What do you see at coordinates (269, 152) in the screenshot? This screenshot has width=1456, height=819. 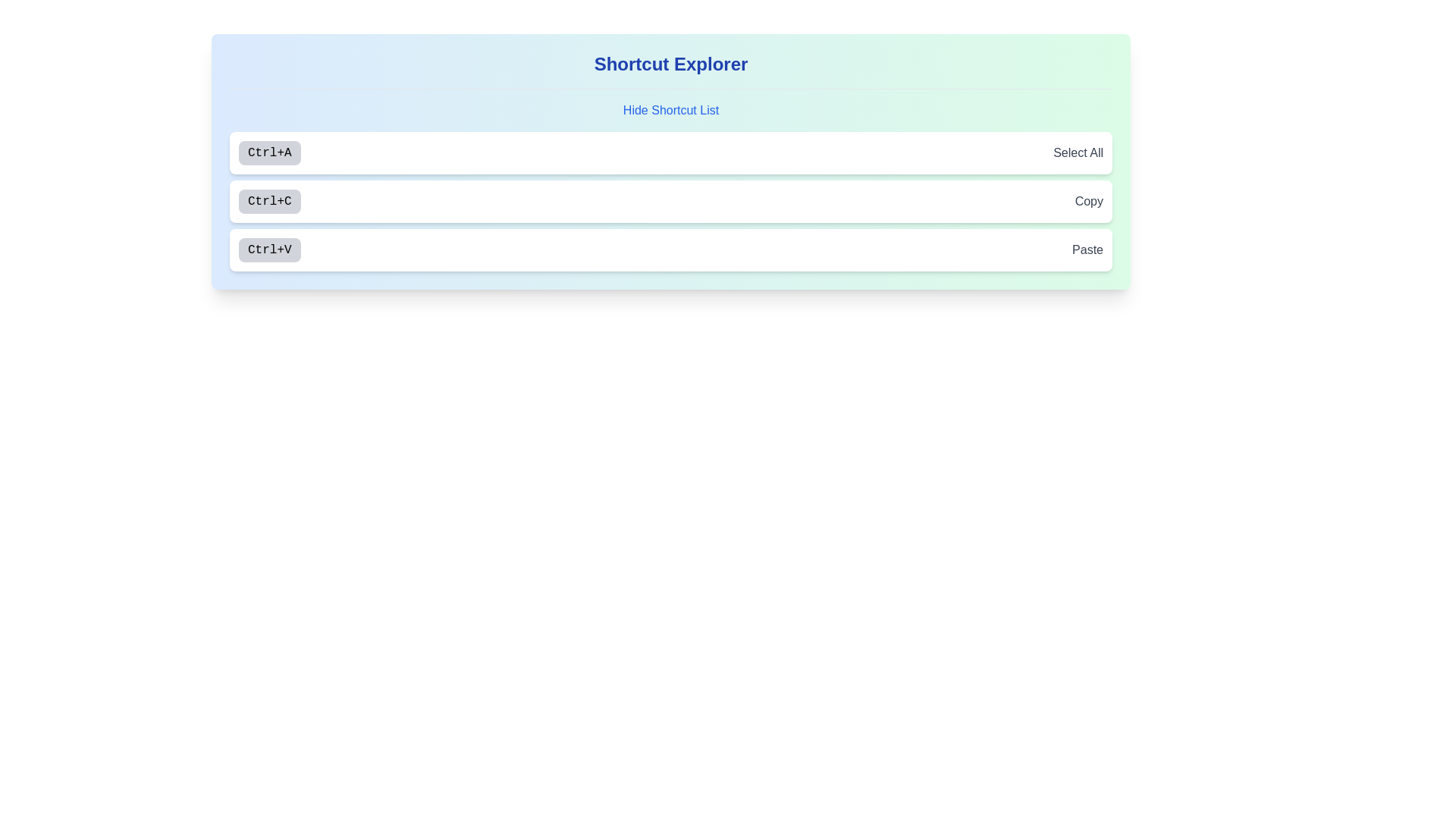 I see `the rectangular button labeled 'Ctrl+A' with rounded corners and a gray background, which is the first item in a horizontal grouping of components` at bounding box center [269, 152].